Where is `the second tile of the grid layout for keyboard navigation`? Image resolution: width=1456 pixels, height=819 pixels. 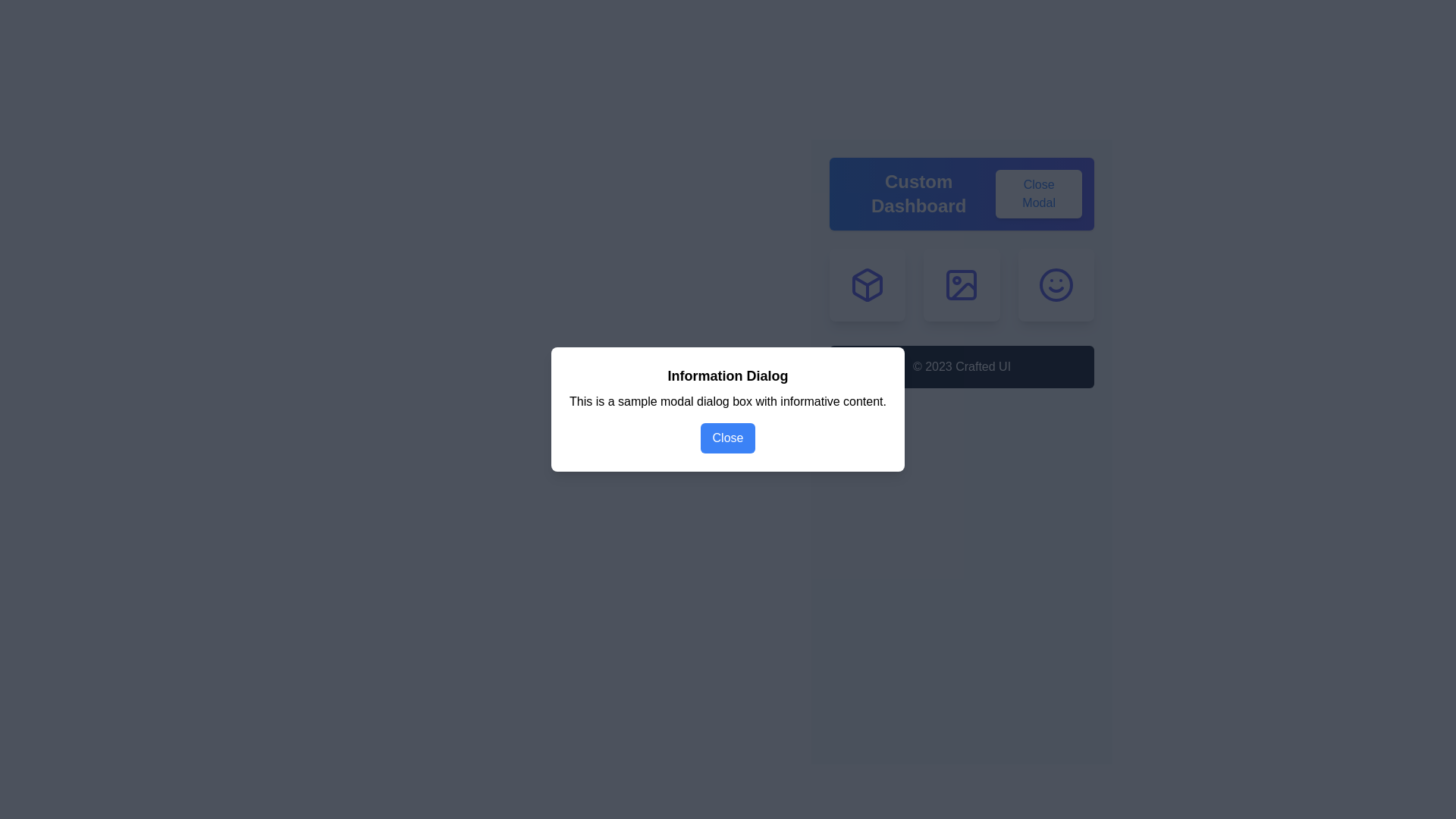 the second tile of the grid layout for keyboard navigation is located at coordinates (961, 284).